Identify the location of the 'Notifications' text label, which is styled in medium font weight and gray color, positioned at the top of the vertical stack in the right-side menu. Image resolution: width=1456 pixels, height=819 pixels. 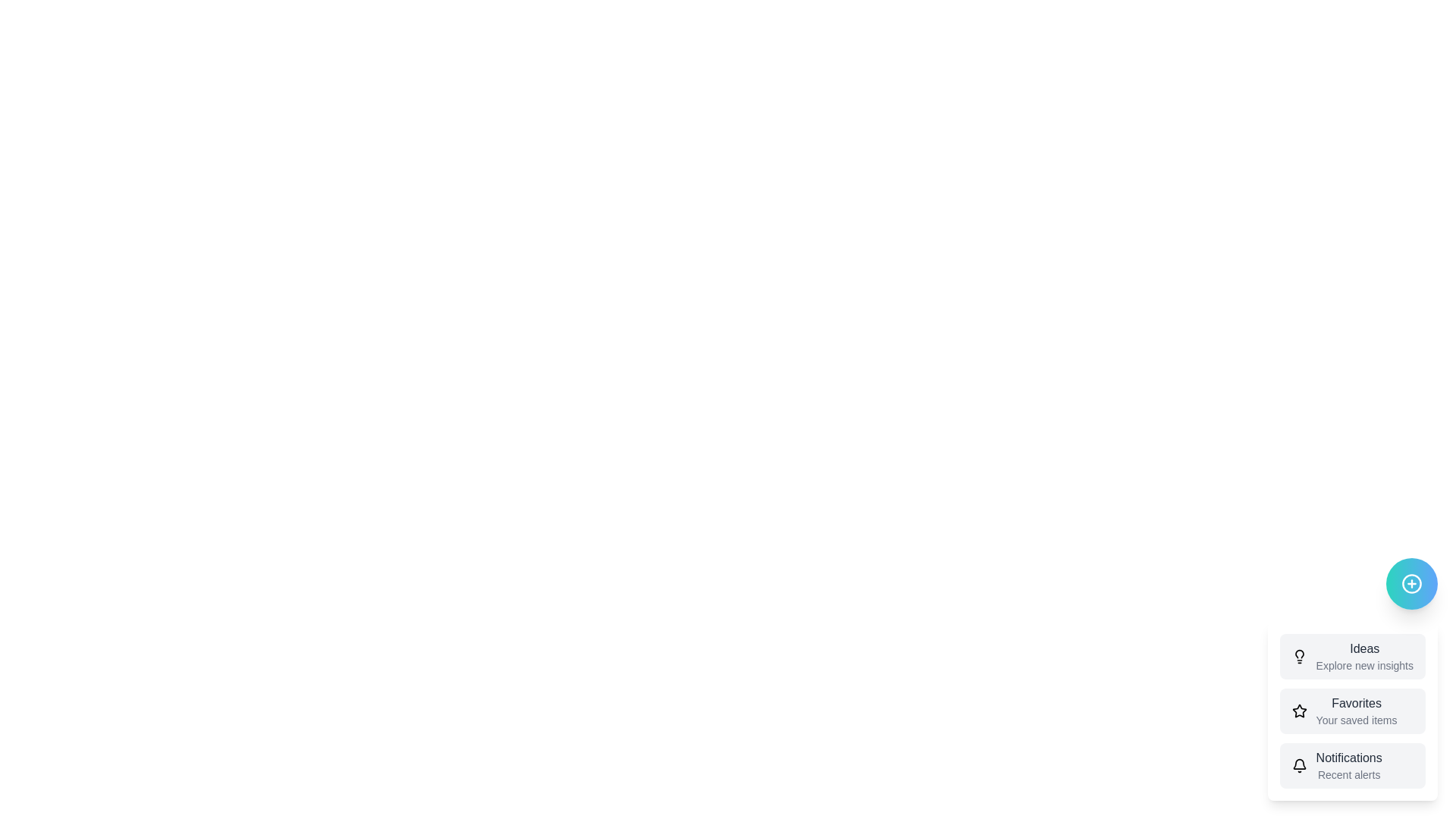
(1349, 758).